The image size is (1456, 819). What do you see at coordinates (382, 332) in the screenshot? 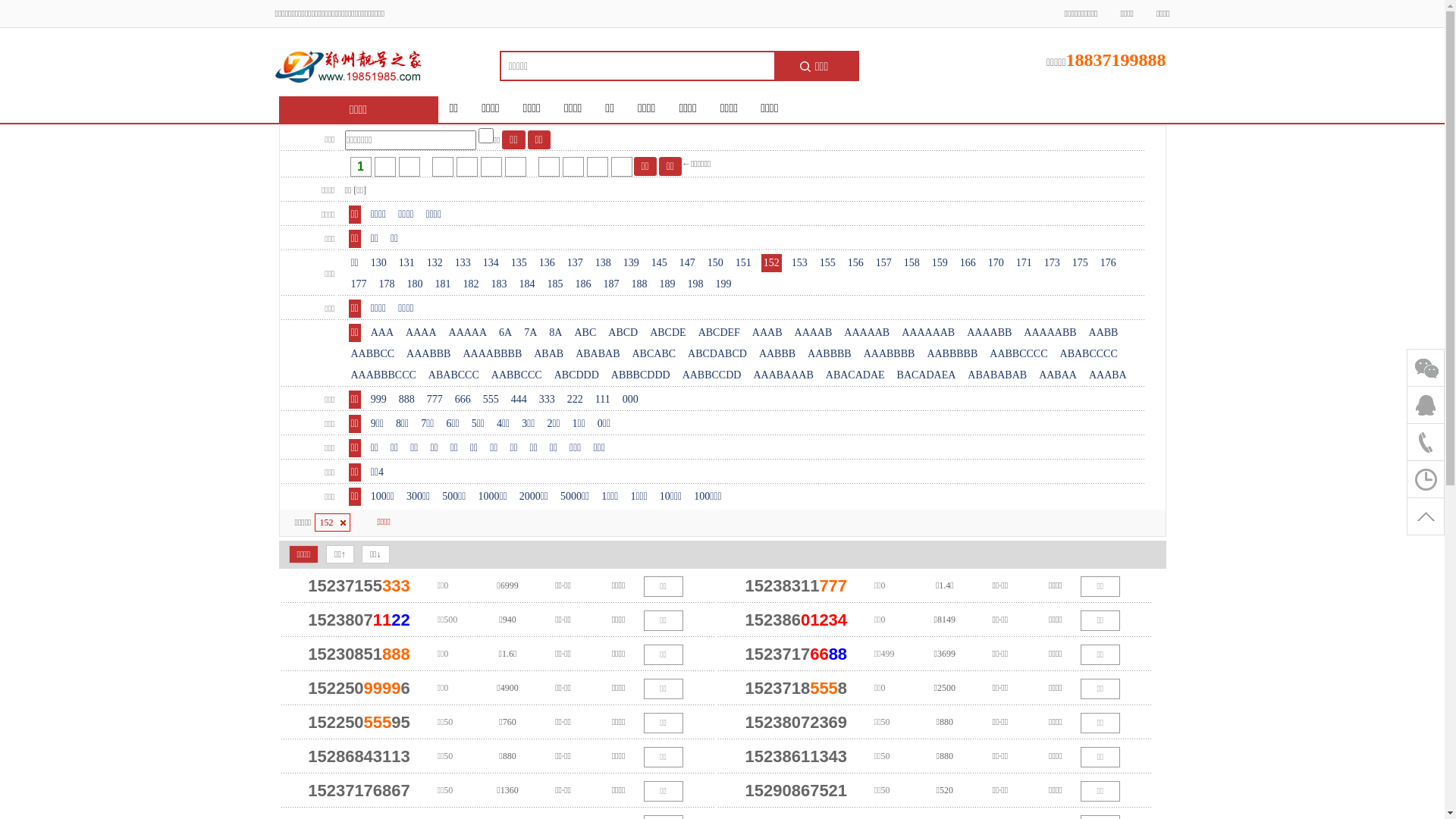
I see `'AAA'` at bounding box center [382, 332].